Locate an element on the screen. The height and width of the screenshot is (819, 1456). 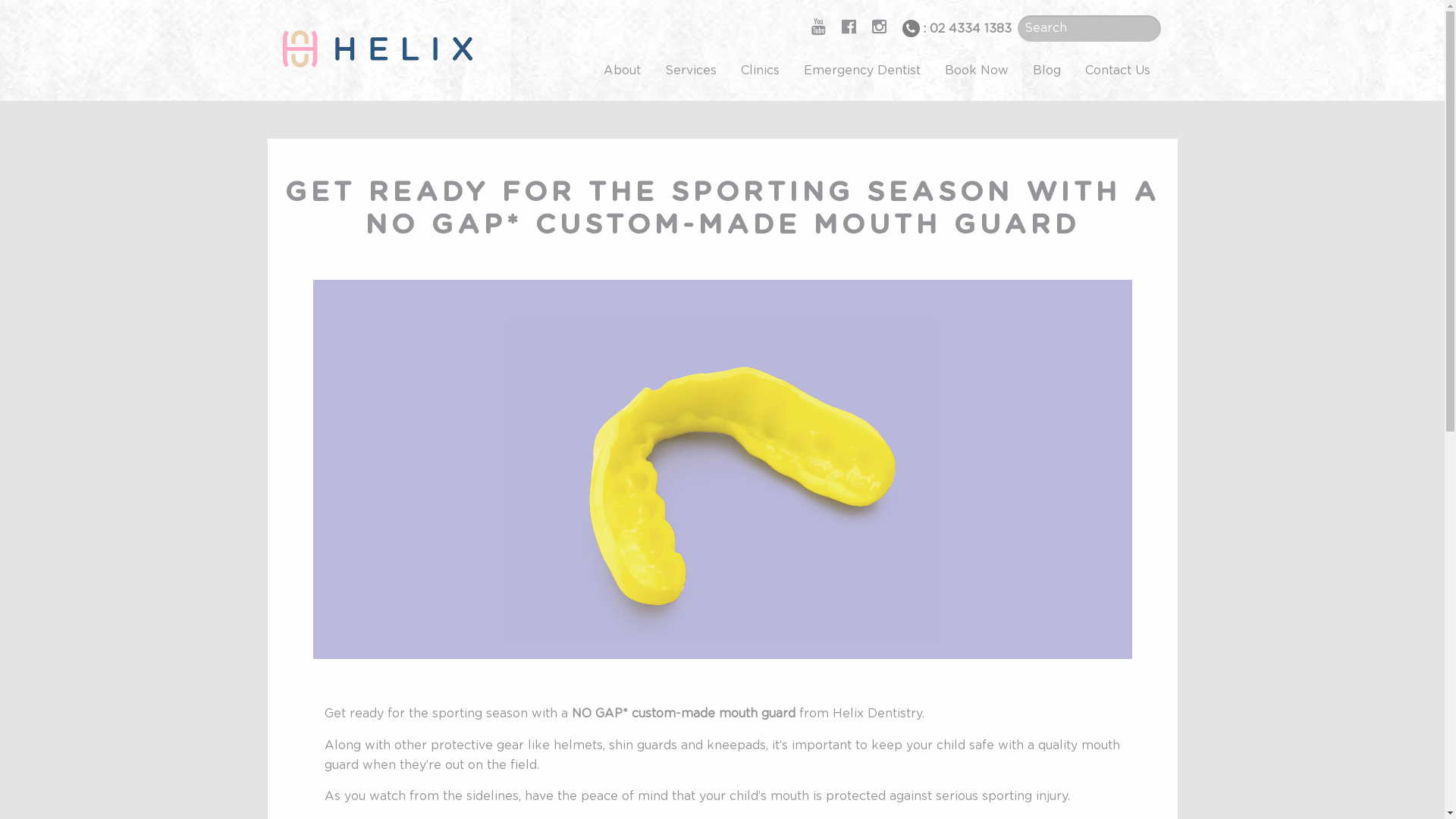
'About' is located at coordinates (590, 70).